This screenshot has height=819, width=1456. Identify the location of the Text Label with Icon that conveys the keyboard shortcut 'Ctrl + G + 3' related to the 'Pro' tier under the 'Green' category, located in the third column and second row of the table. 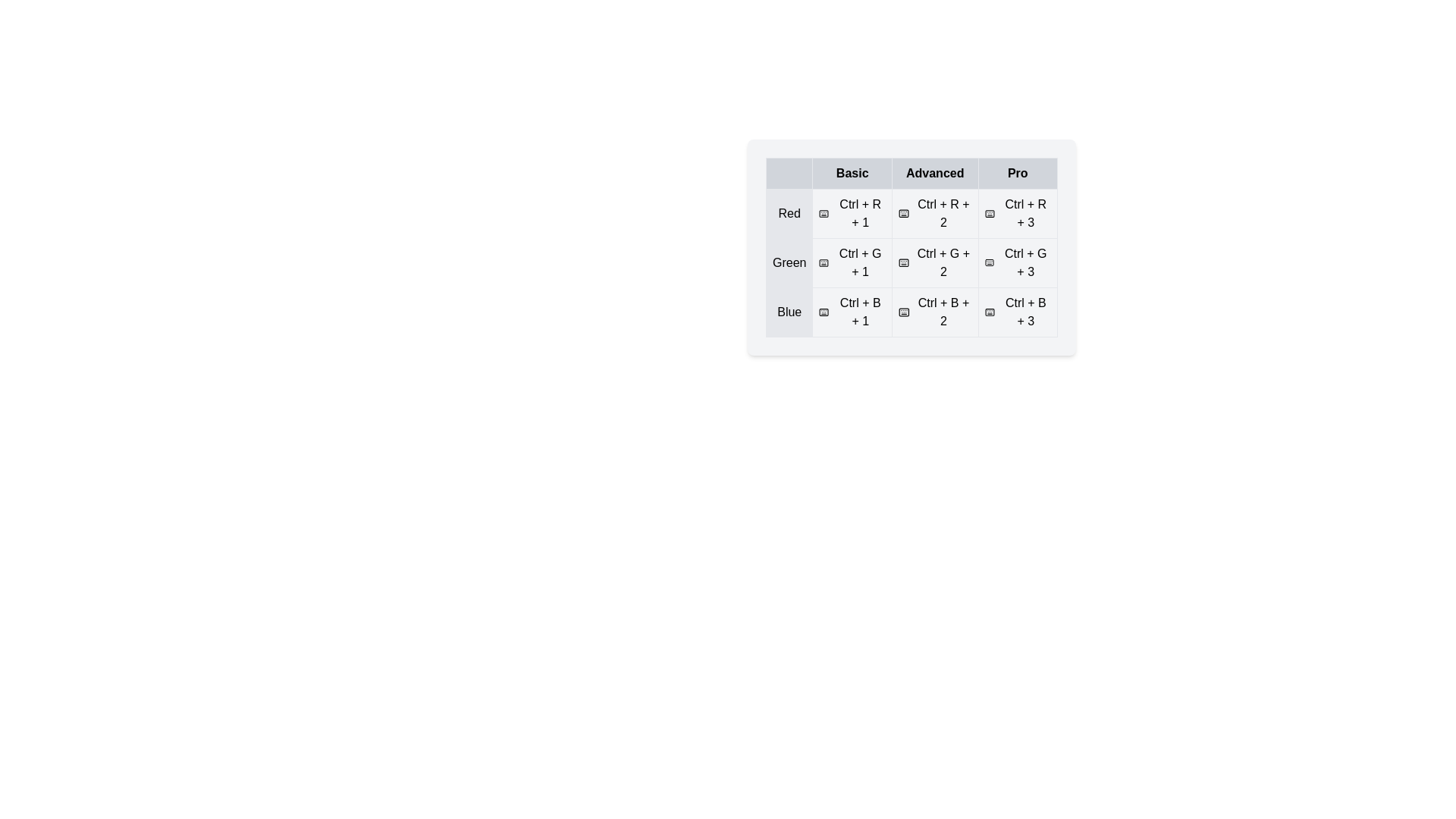
(1018, 262).